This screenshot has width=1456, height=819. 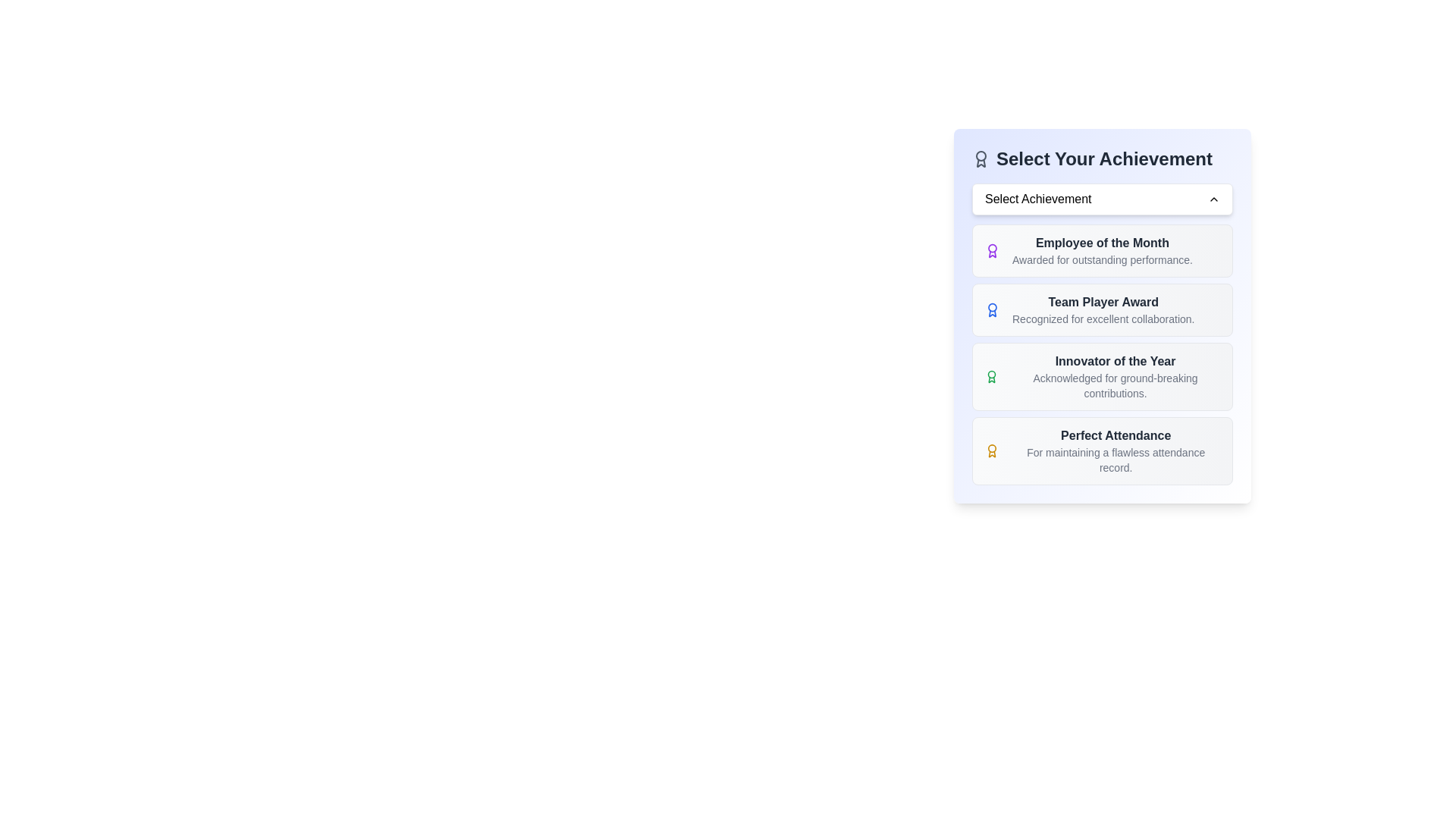 What do you see at coordinates (981, 163) in the screenshot?
I see `the decorative icon element that is part of the award icon, located near the title 'Select Your Achievement' at the top-left of the panel` at bounding box center [981, 163].